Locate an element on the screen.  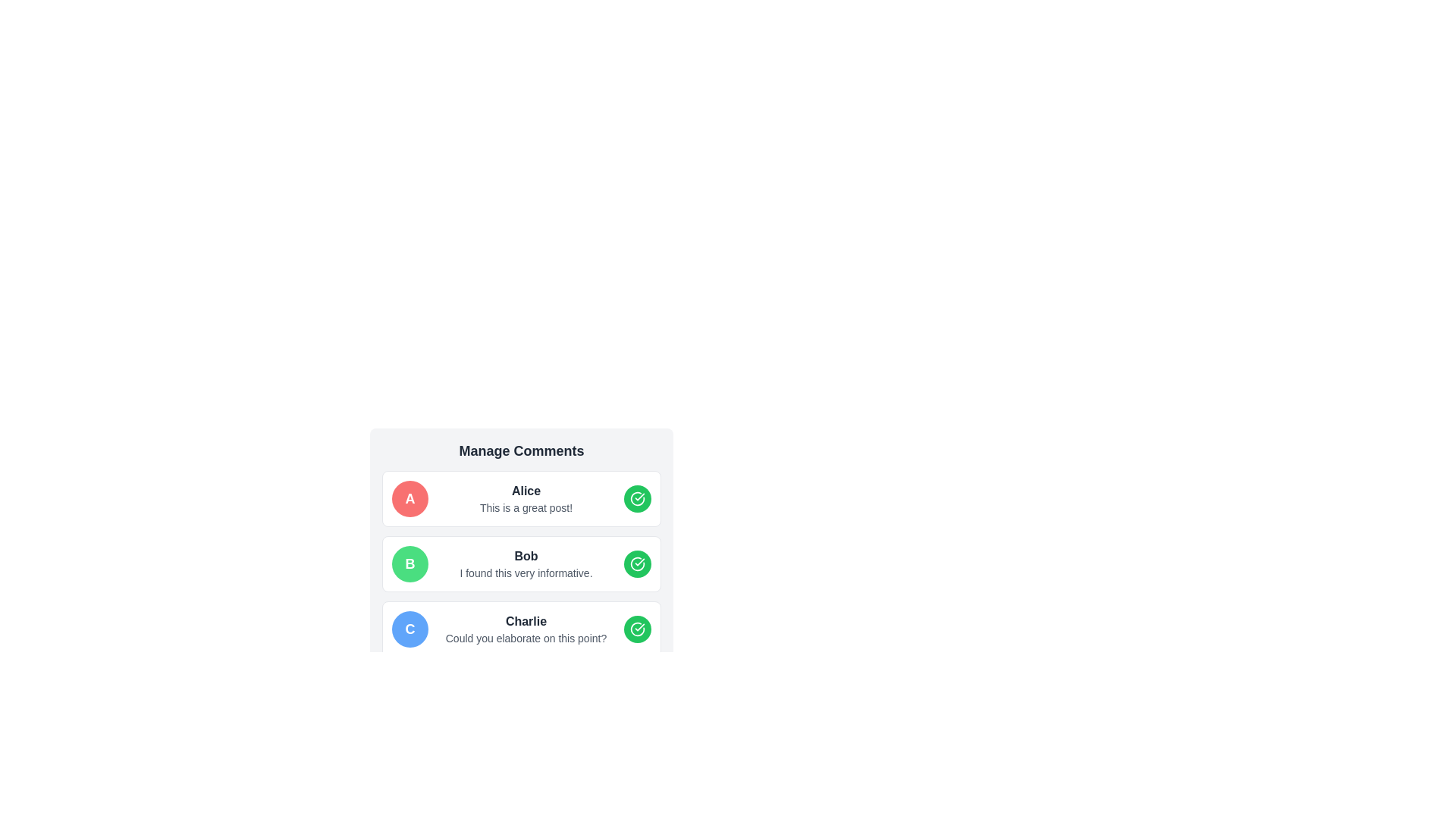
text from the comment block left by user 'Bob', located in the second comment card of the comments section, positioned between the comments of 'Alice' and 'Charlie' is located at coordinates (526, 564).